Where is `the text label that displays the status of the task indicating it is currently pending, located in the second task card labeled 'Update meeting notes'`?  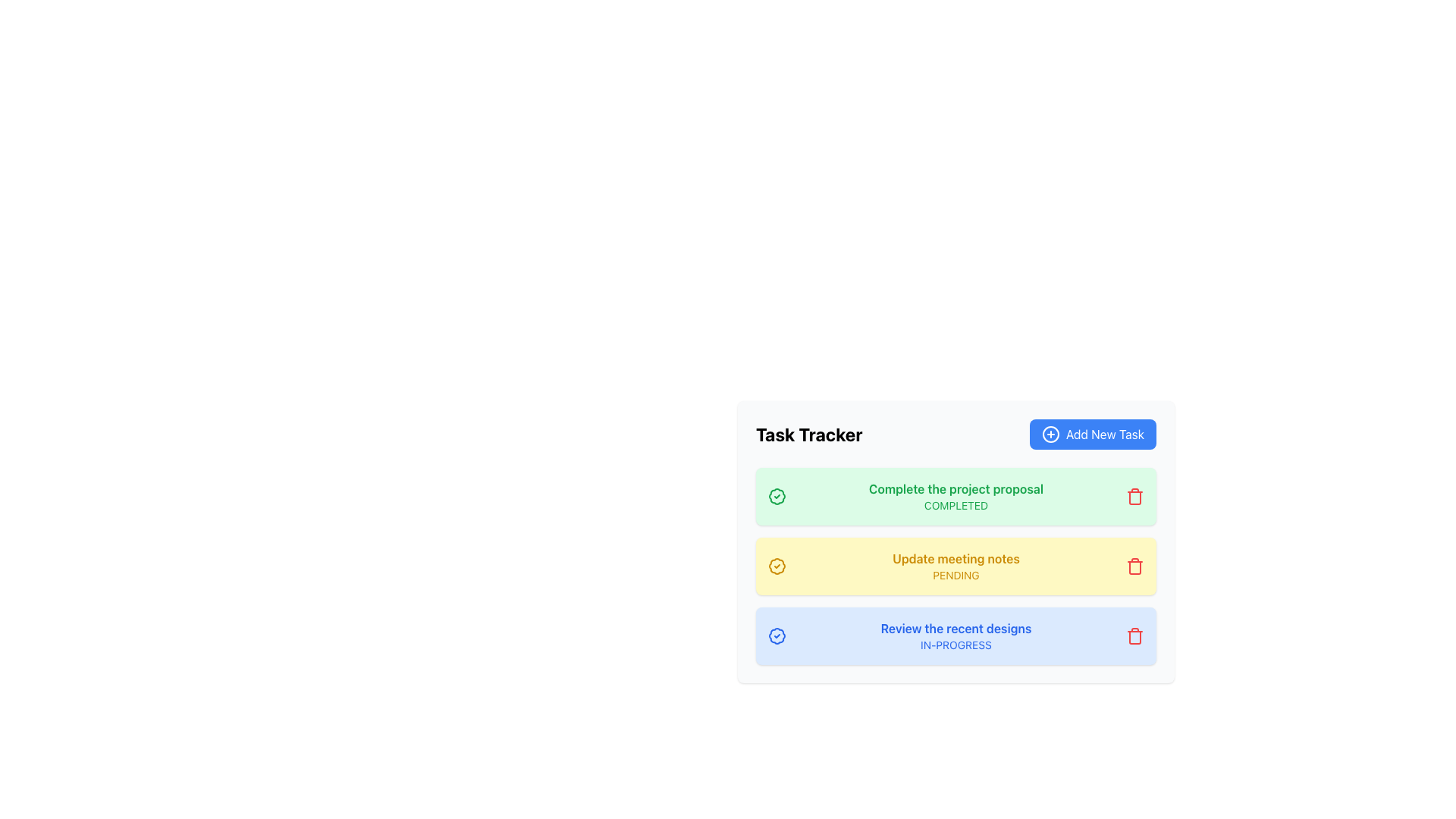
the text label that displays the status of the task indicating it is currently pending, located in the second task card labeled 'Update meeting notes' is located at coordinates (955, 576).